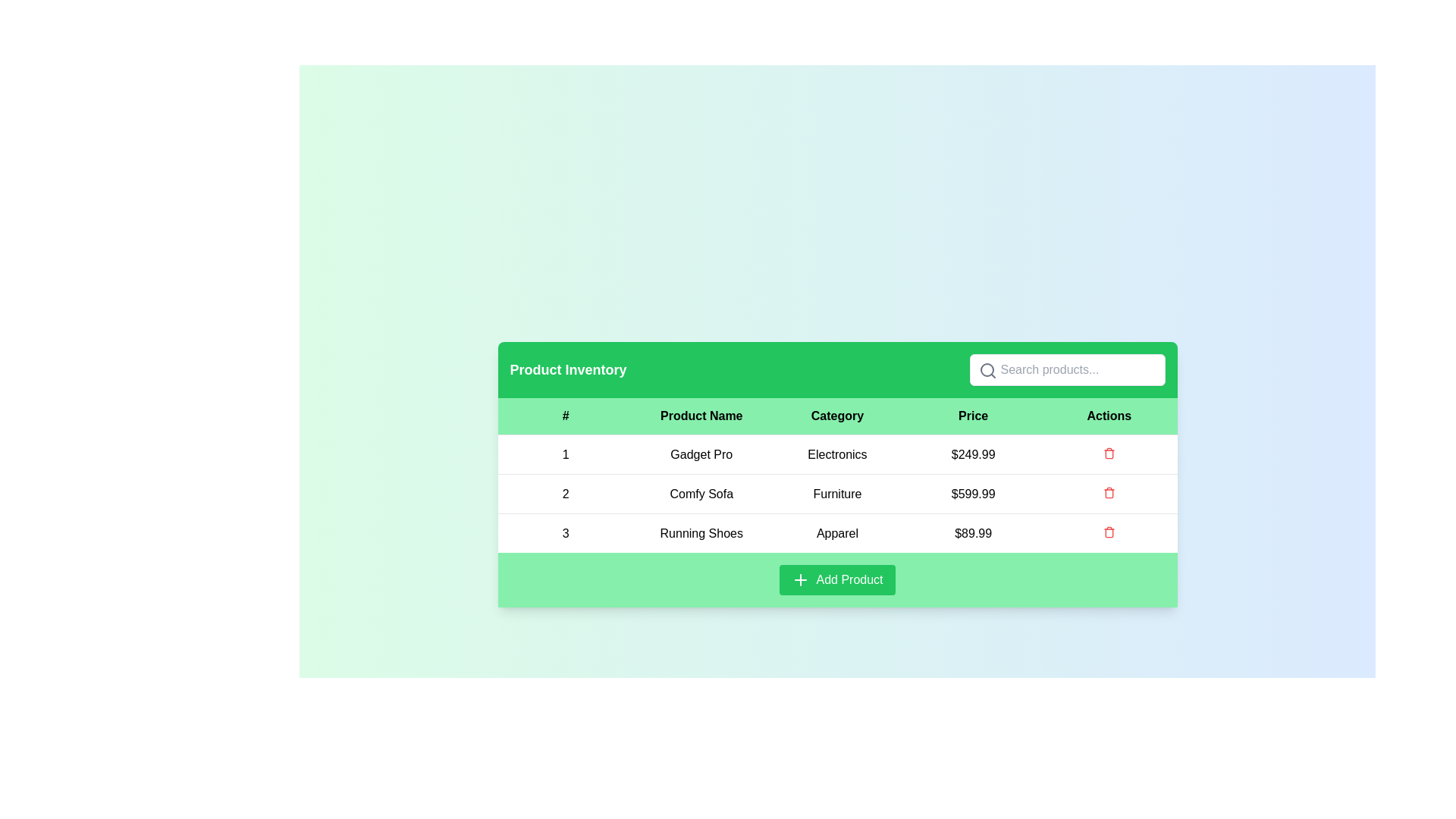 This screenshot has width=1456, height=819. What do you see at coordinates (1109, 532) in the screenshot?
I see `the small red trash can icon` at bounding box center [1109, 532].